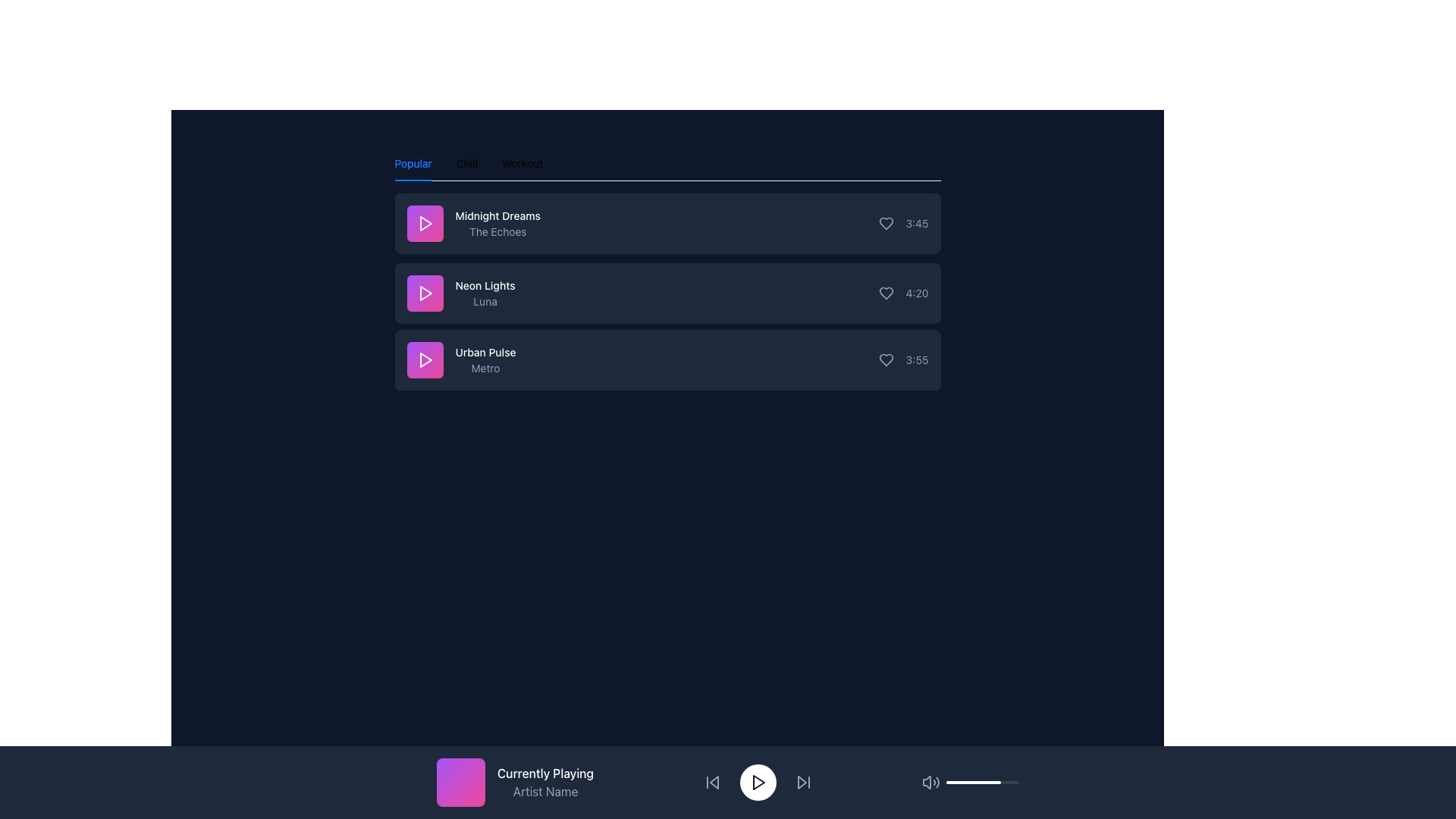 The image size is (1456, 819). What do you see at coordinates (886, 293) in the screenshot?
I see `the heart-shaped icon button for the song 'Neon Lights' by 'Luna'` at bounding box center [886, 293].